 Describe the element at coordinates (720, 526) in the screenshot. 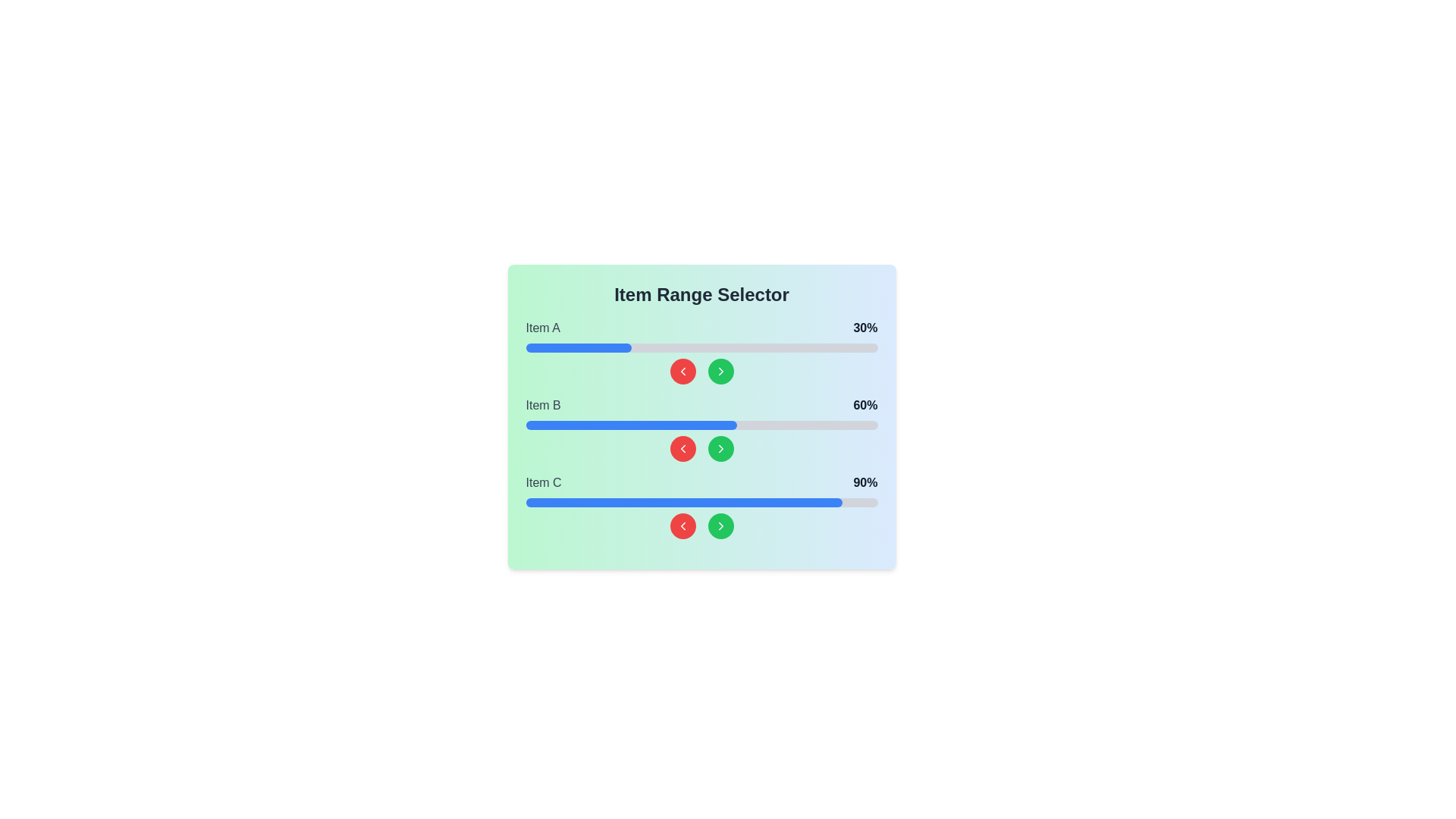

I see `the right-facing chevron icon that is nested within a circular green button located in the bottom section of the panel labeled 'Item C'` at that location.